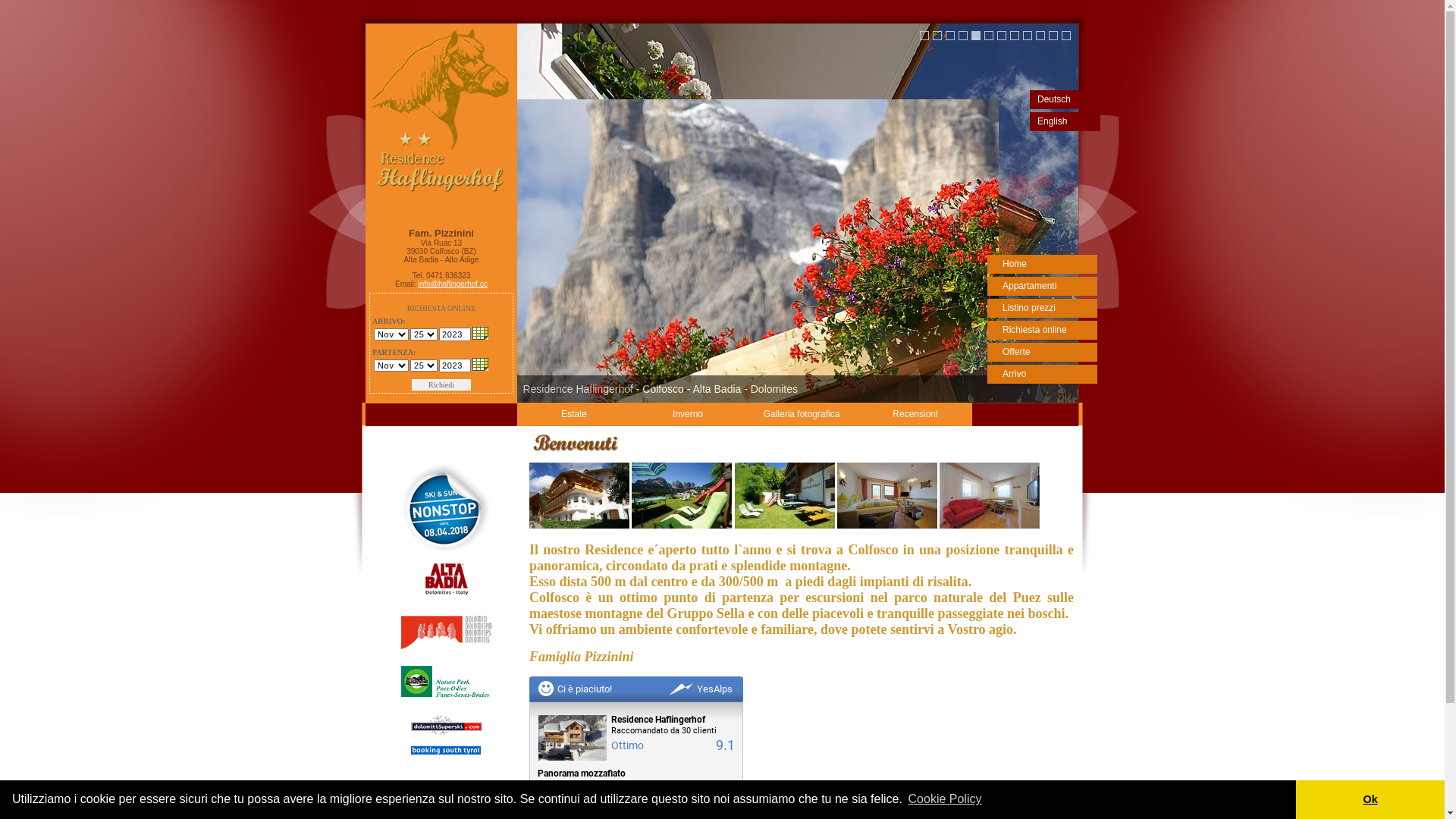 The width and height of the screenshot is (1456, 819). What do you see at coordinates (479, 364) in the screenshot?
I see `'Calendar'` at bounding box center [479, 364].